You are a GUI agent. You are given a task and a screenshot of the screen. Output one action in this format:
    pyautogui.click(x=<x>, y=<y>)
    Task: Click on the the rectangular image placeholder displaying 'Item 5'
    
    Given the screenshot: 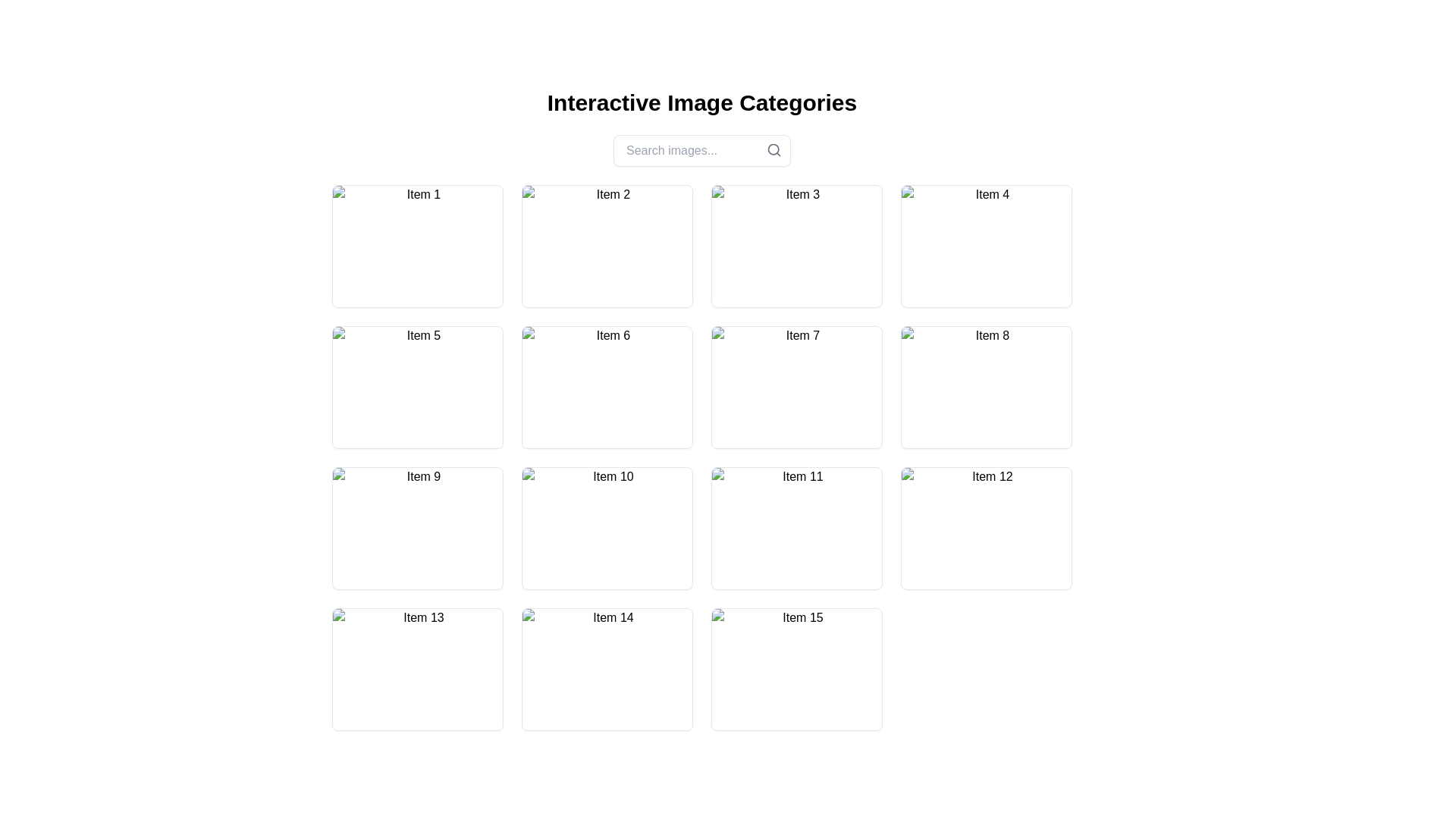 What is the action you would take?
    pyautogui.click(x=418, y=386)
    